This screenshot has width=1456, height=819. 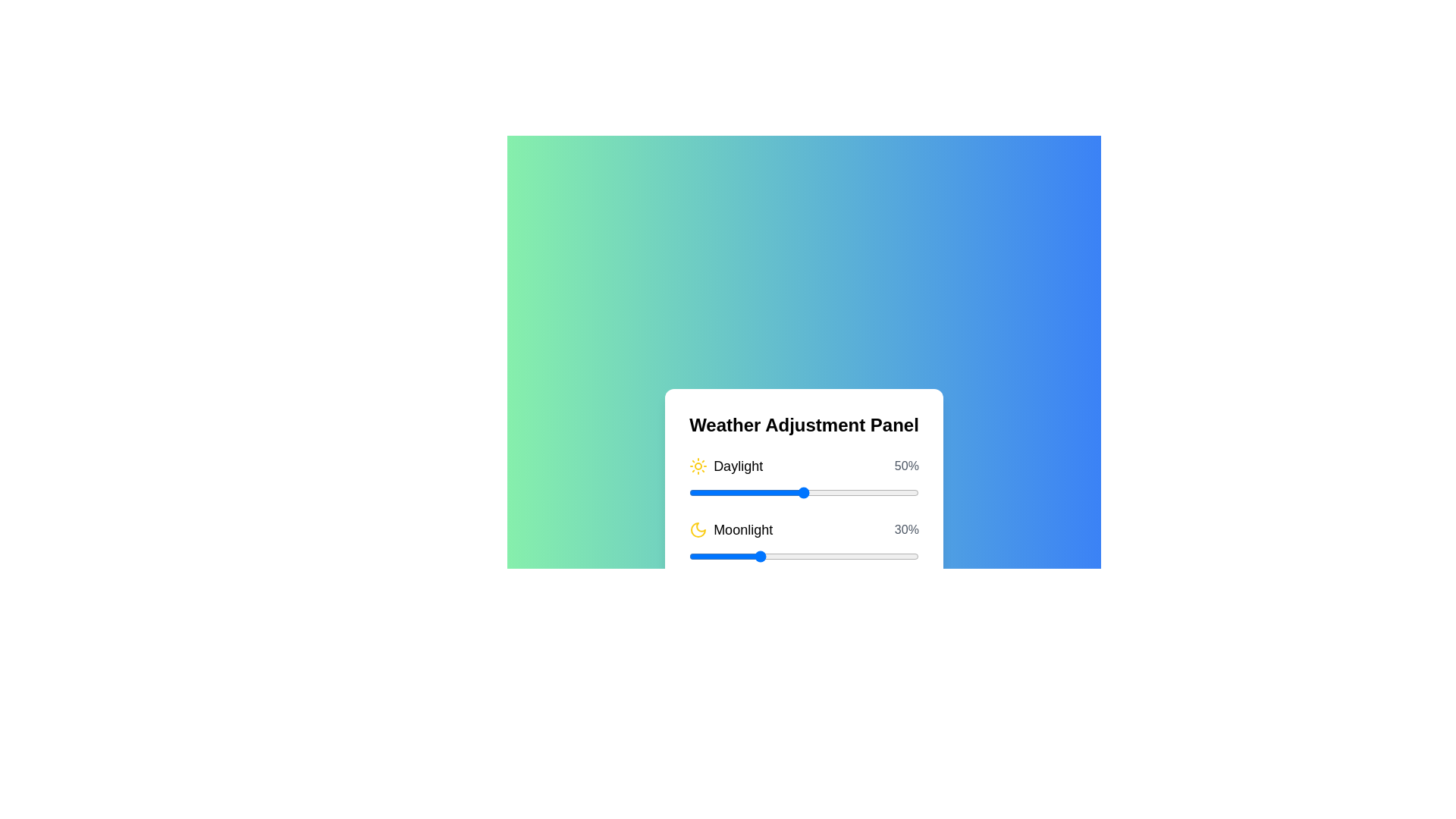 I want to click on the Daylight slider to 61%, so click(x=828, y=493).